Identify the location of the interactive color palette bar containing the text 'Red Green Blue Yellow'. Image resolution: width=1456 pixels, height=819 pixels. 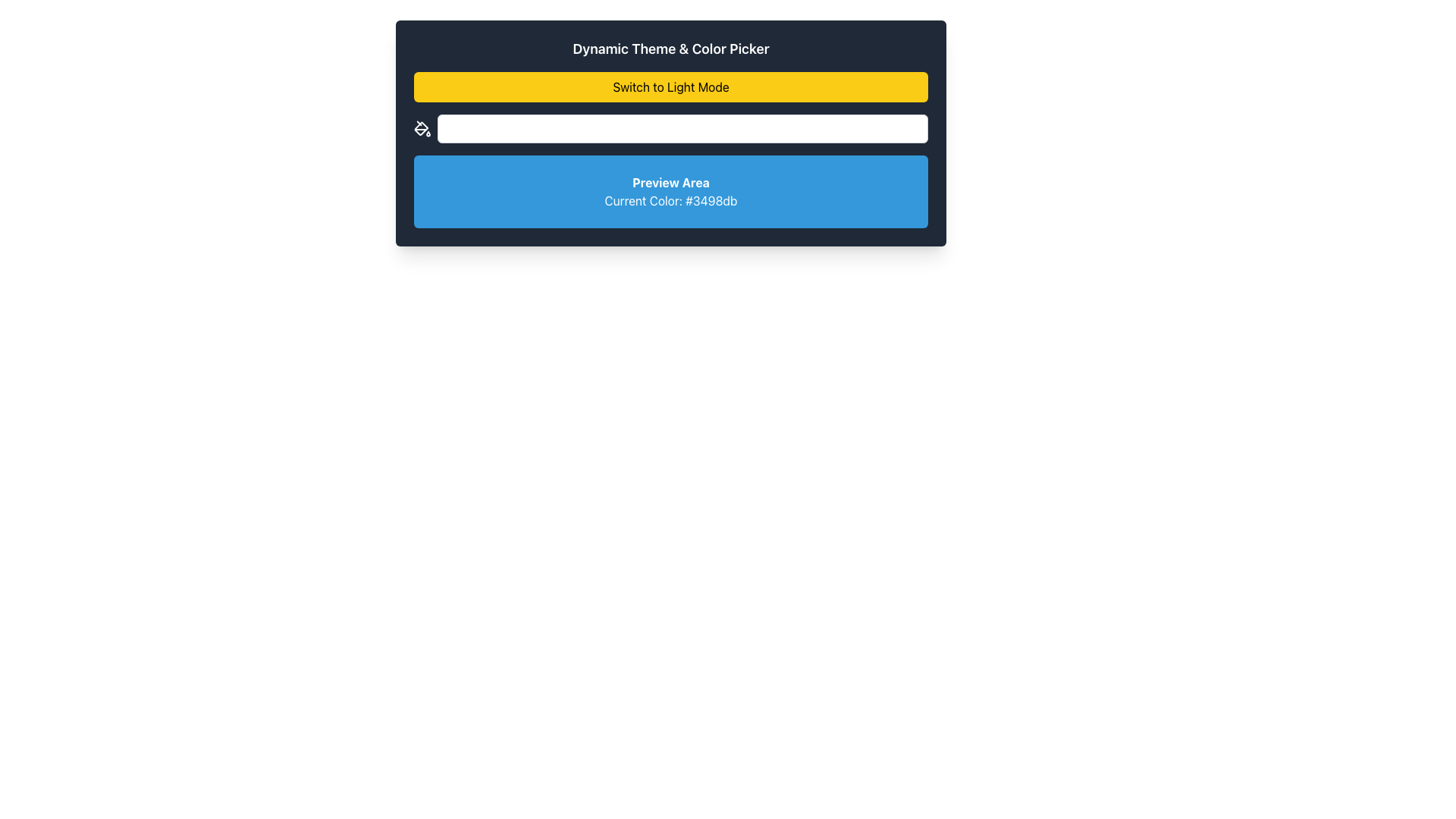
(670, 127).